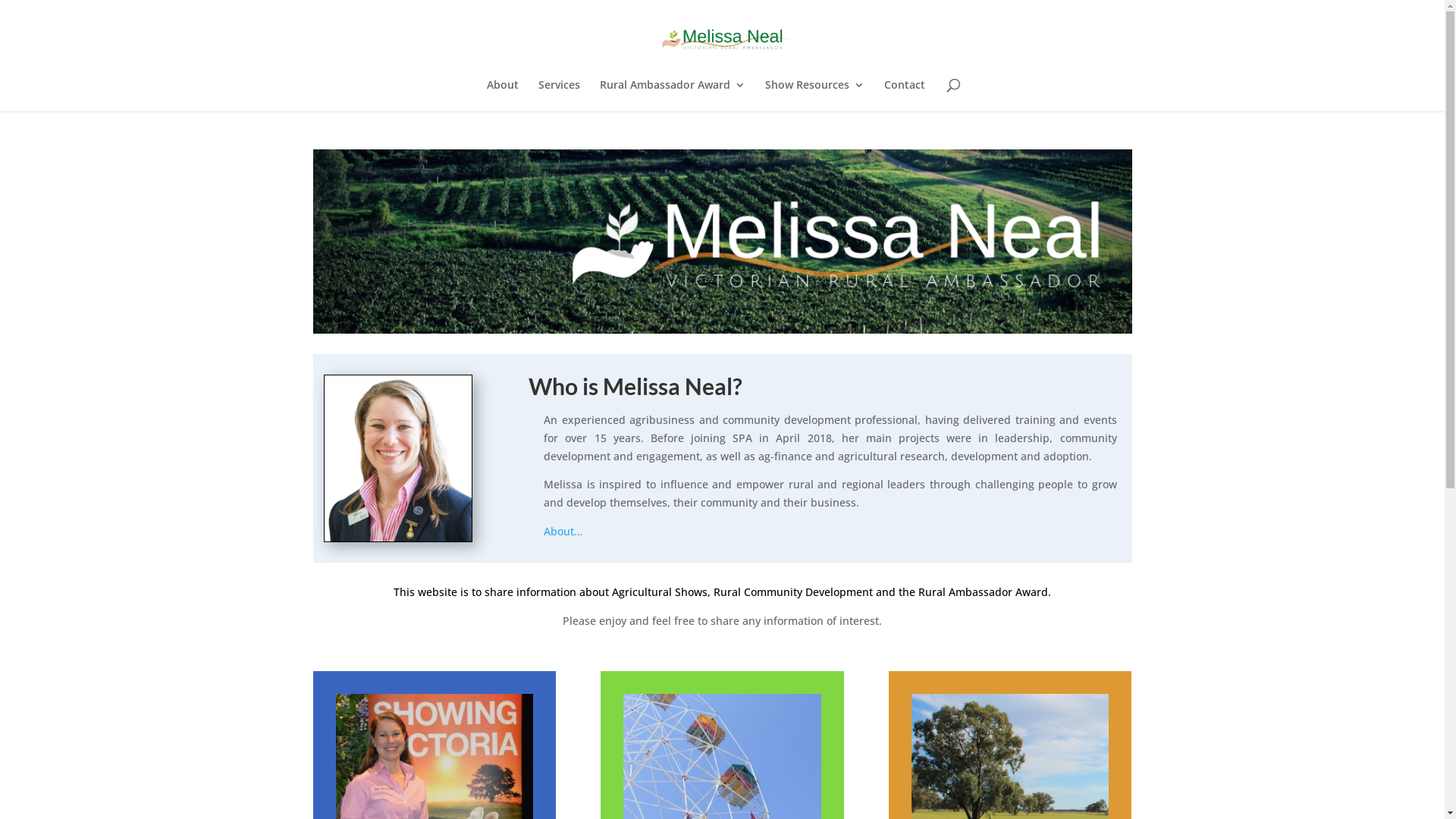  What do you see at coordinates (813, 96) in the screenshot?
I see `'Show Resources'` at bounding box center [813, 96].